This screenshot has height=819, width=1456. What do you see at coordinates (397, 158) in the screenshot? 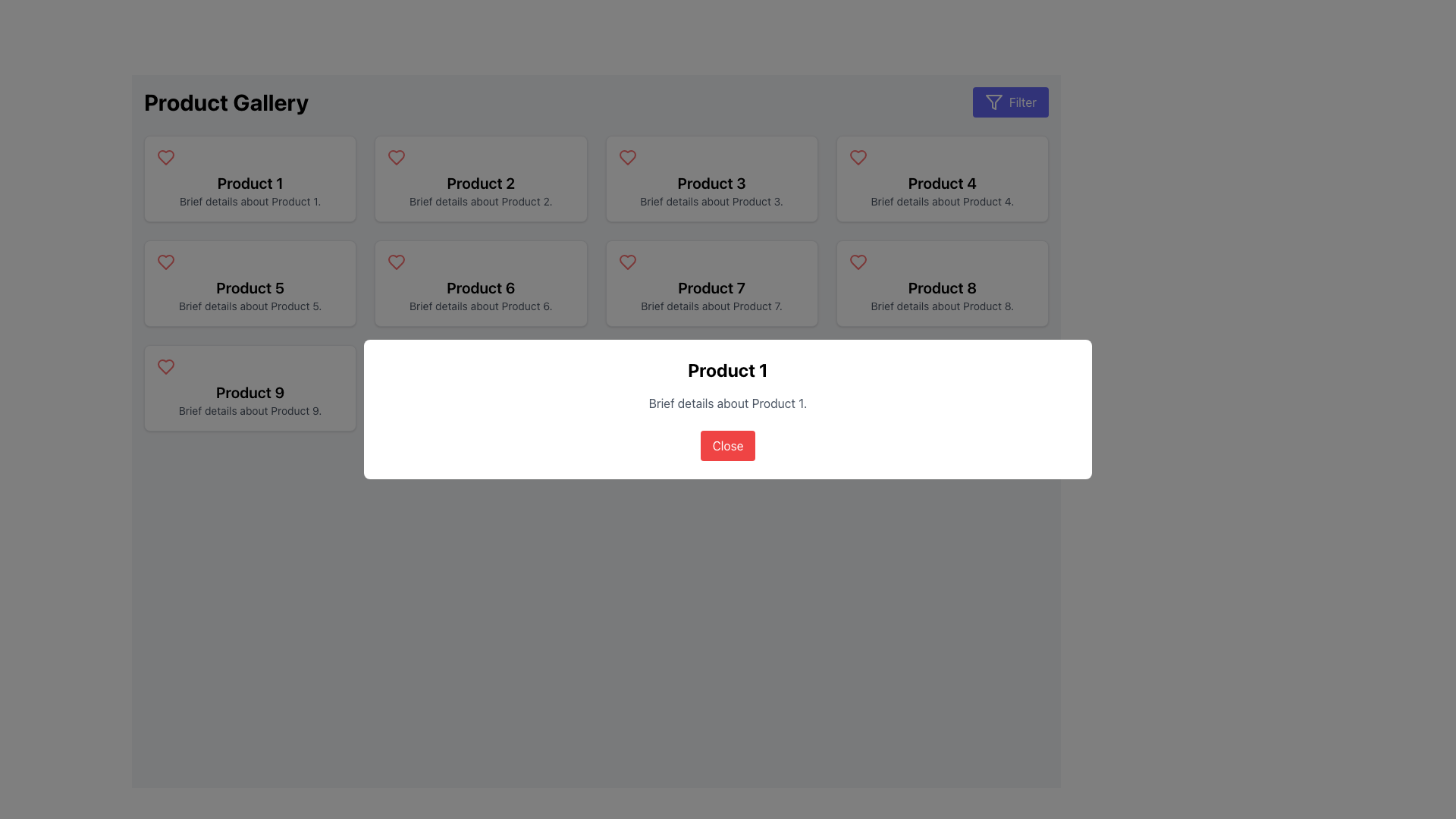
I see `the heart icon button located in the second column of the first row, adjacent to the text labeled 'Product 2'` at bounding box center [397, 158].